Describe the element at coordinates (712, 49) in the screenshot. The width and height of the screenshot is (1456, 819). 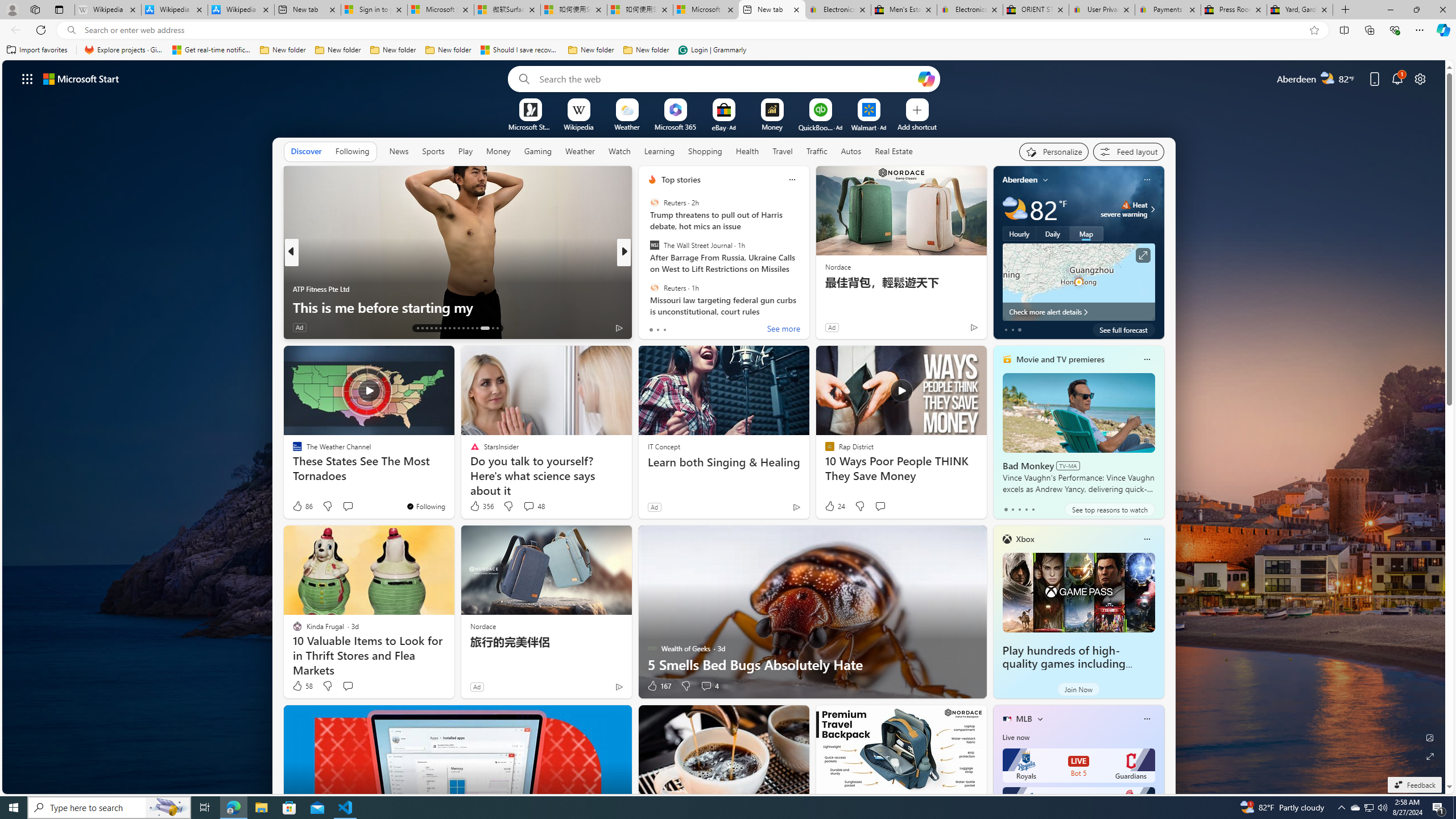
I see `'Login | Grammarly'` at that location.